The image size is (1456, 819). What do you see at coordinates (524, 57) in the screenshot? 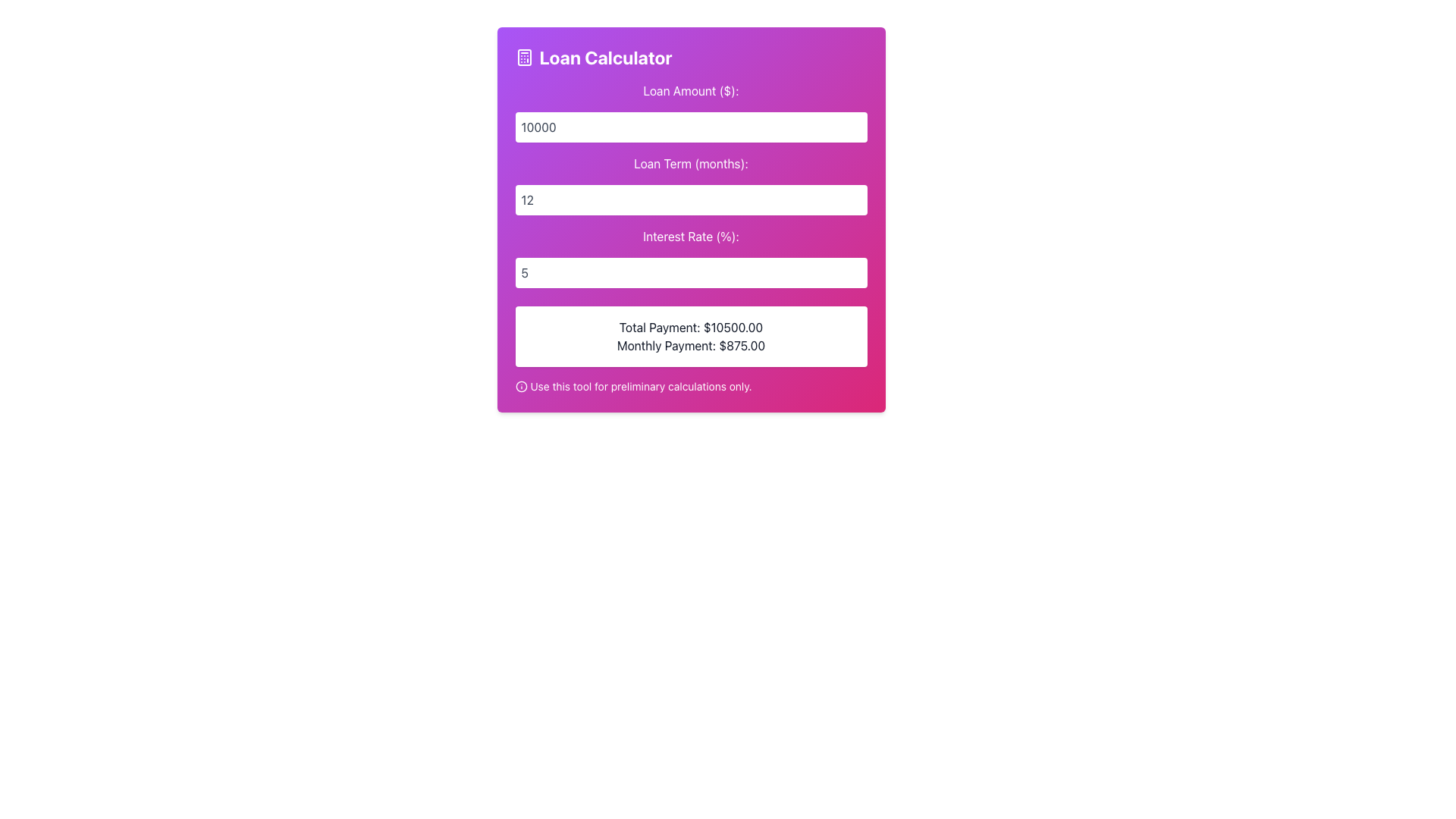
I see `the calculator icon located to the left of the 'Loan Calculator' heading at the top of the card` at bounding box center [524, 57].